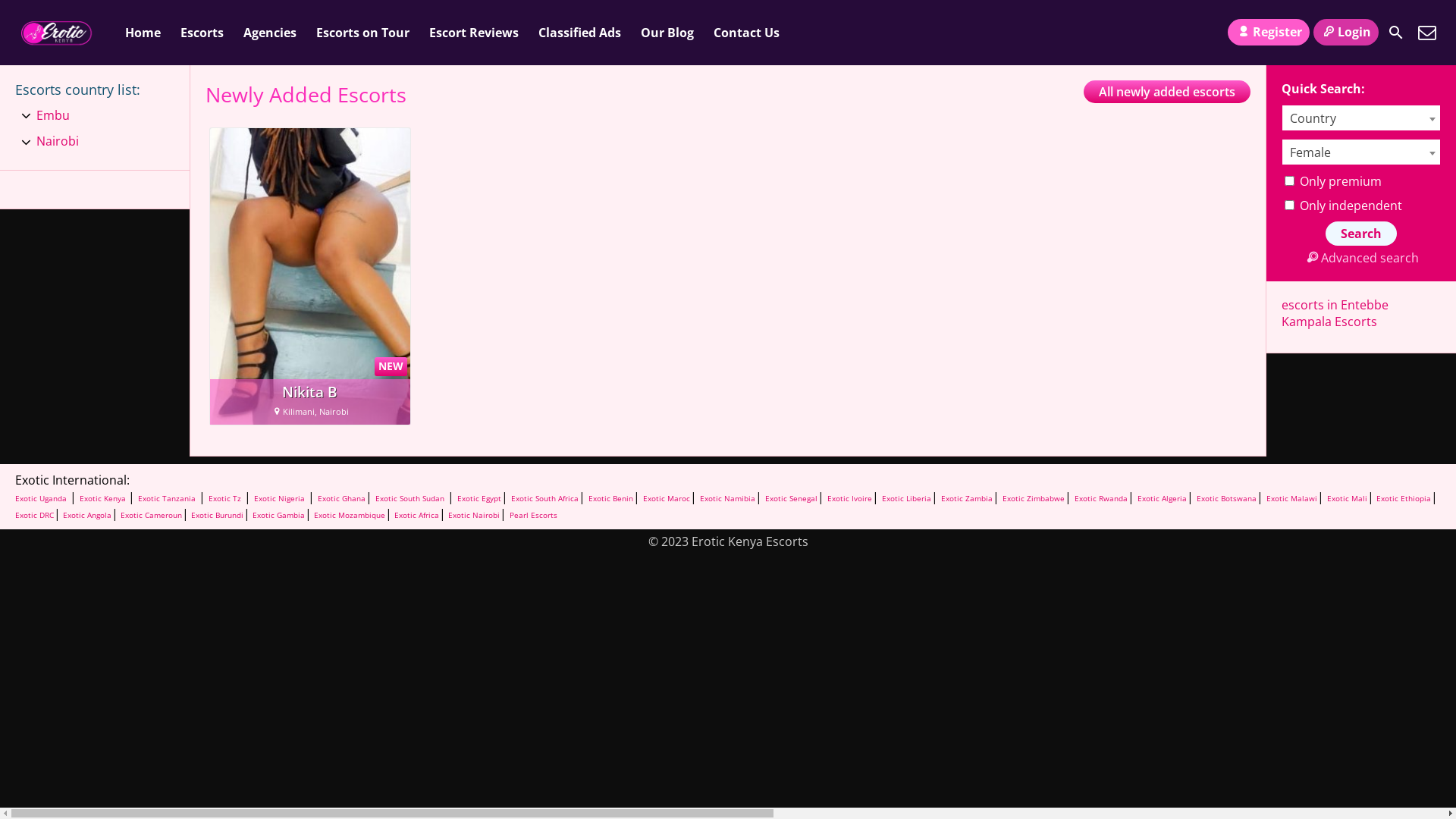  What do you see at coordinates (1324, 234) in the screenshot?
I see `'Search'` at bounding box center [1324, 234].